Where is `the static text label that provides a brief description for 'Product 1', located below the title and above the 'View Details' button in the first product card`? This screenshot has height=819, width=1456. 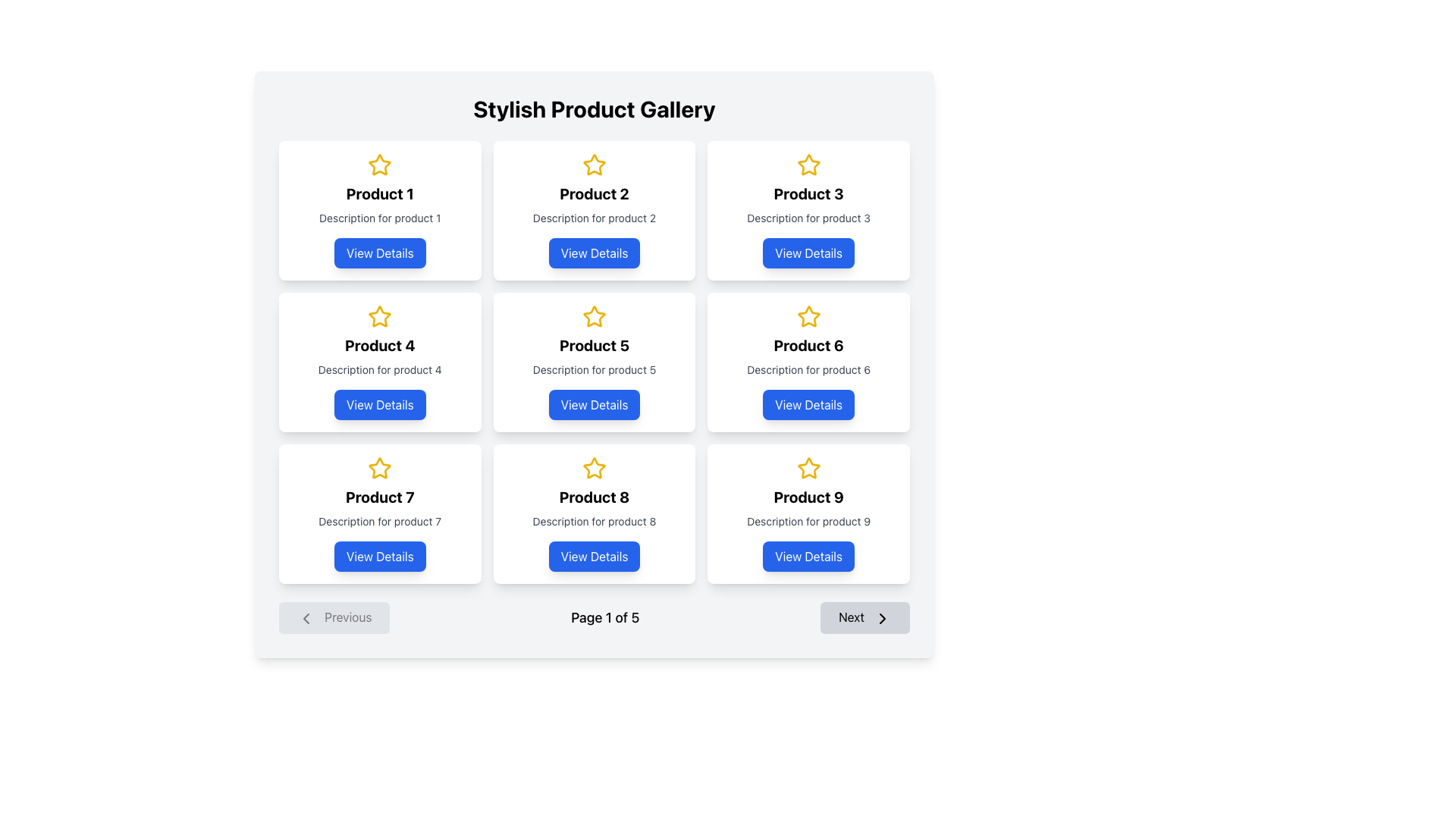
the static text label that provides a brief description for 'Product 1', located below the title and above the 'View Details' button in the first product card is located at coordinates (380, 218).